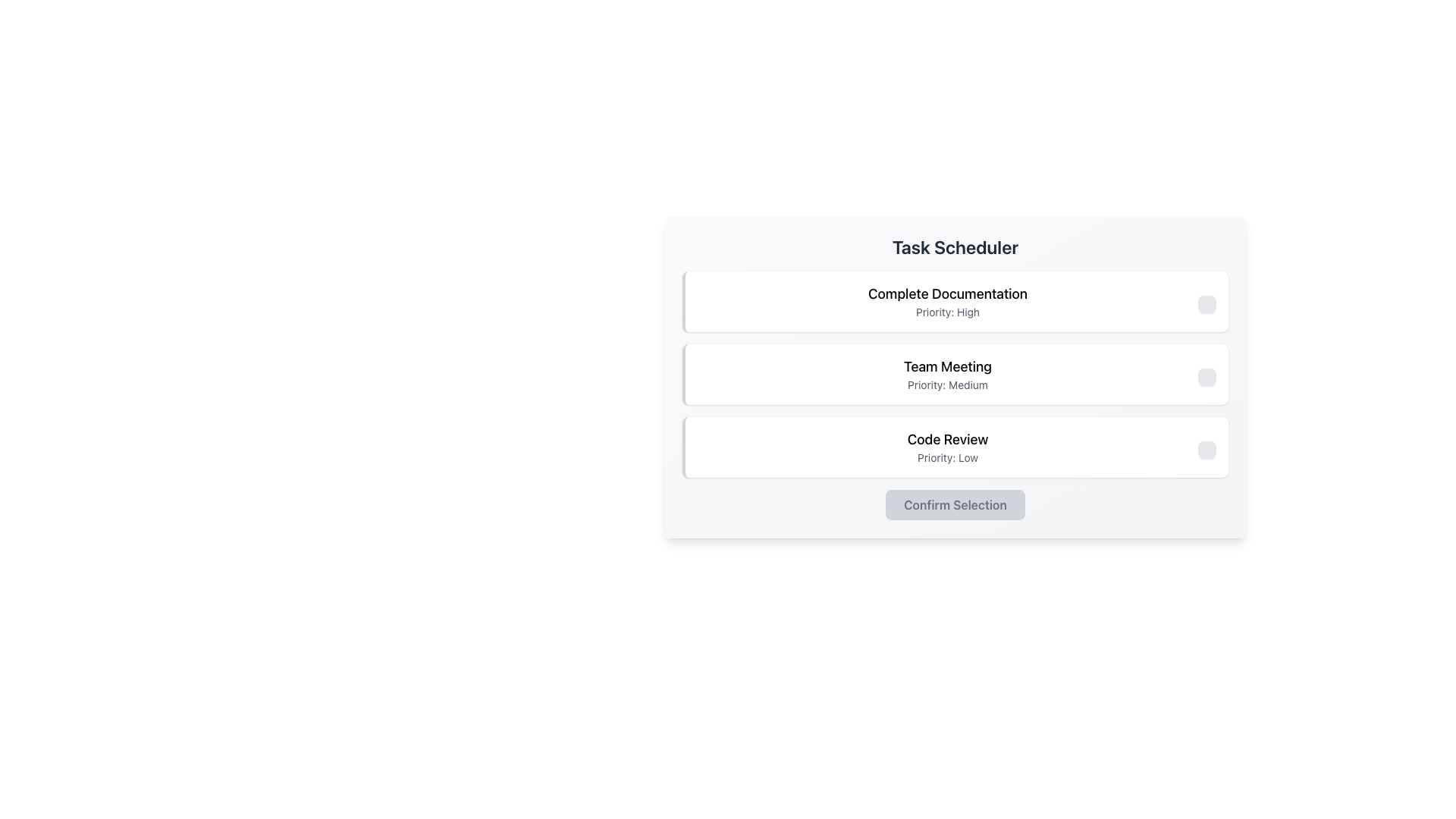 The height and width of the screenshot is (819, 1456). What do you see at coordinates (954, 301) in the screenshot?
I see `the first task in the list labeled 'Complete Documentation' with a priority level of 'High'` at bounding box center [954, 301].